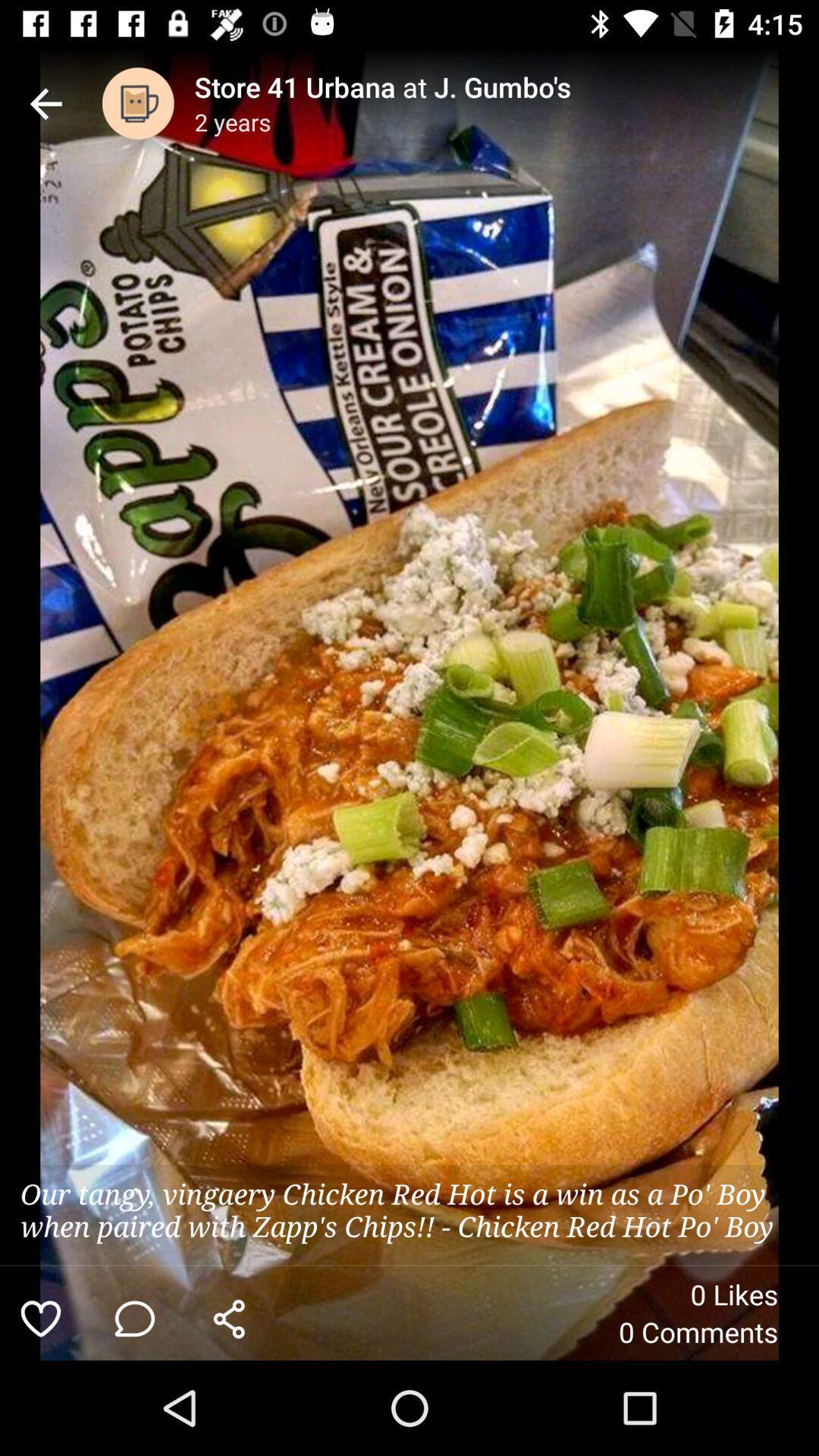  What do you see at coordinates (138, 102) in the screenshot?
I see `icon next to the store 41 urbana item` at bounding box center [138, 102].